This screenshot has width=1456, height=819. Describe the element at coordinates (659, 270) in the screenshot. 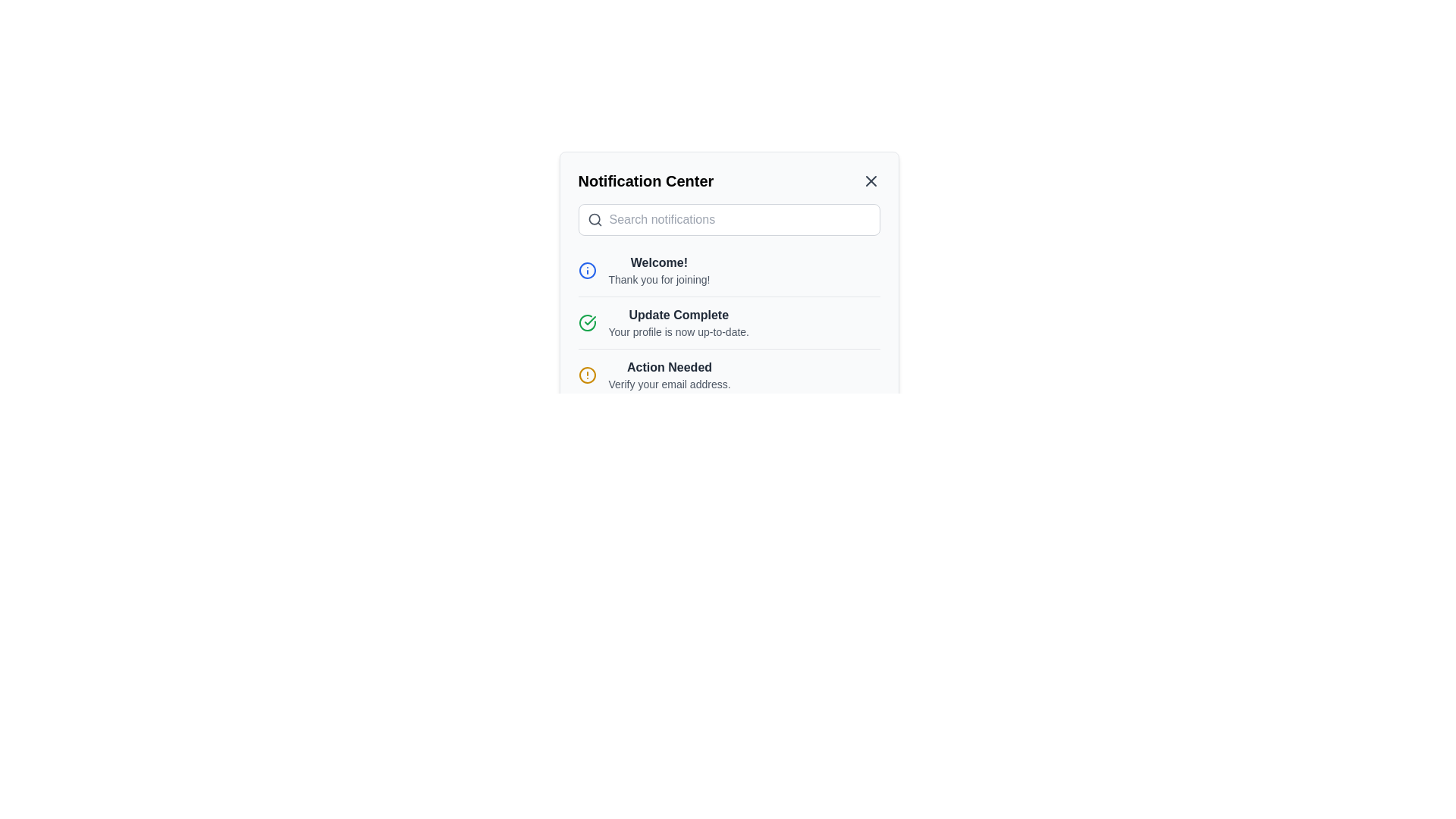

I see `the welcome message static text located in the notification center panel, which is the first notification in the list, directly below the search bar` at that location.